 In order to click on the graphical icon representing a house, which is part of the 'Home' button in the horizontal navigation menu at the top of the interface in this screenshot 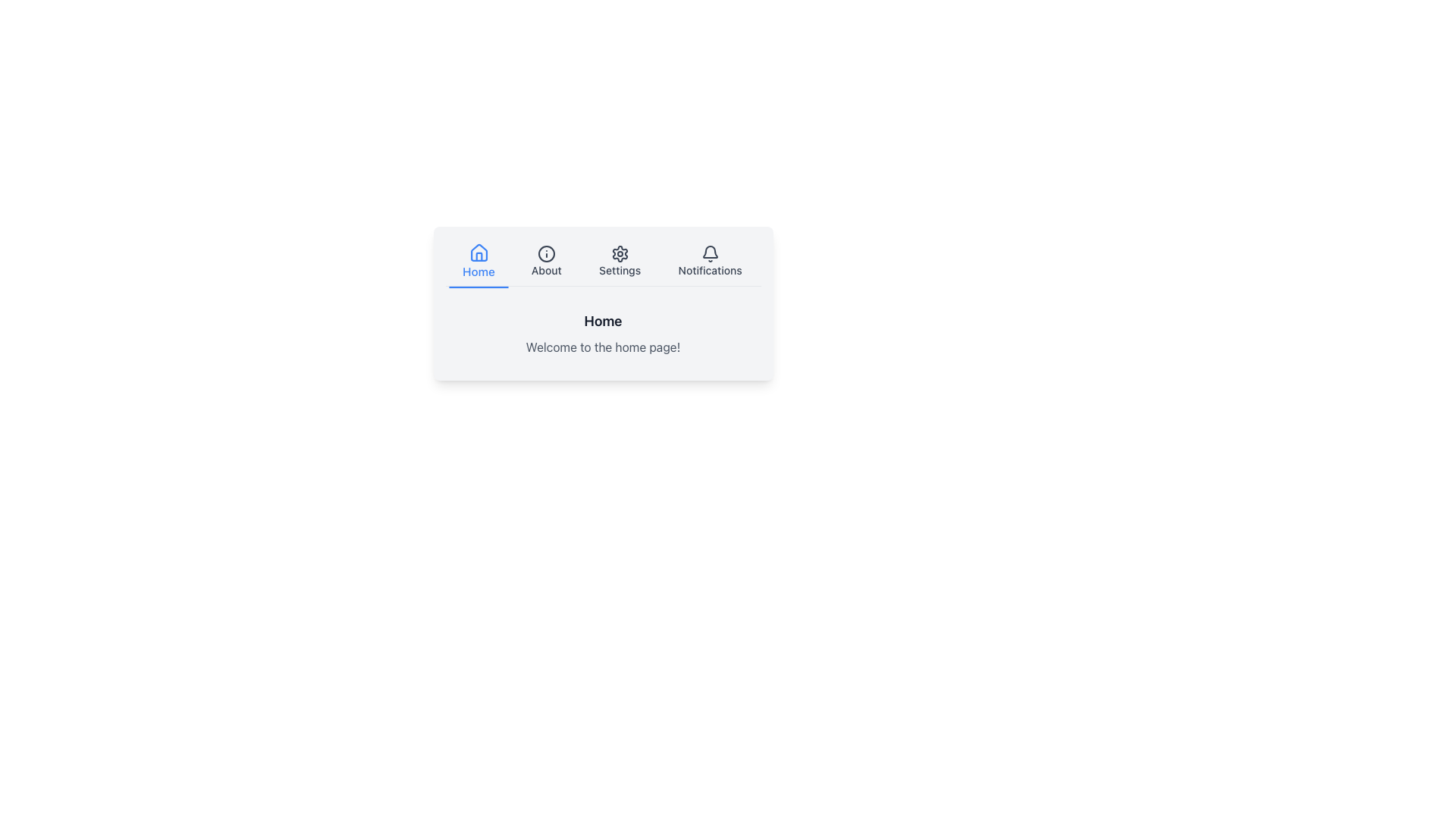, I will do `click(478, 252)`.